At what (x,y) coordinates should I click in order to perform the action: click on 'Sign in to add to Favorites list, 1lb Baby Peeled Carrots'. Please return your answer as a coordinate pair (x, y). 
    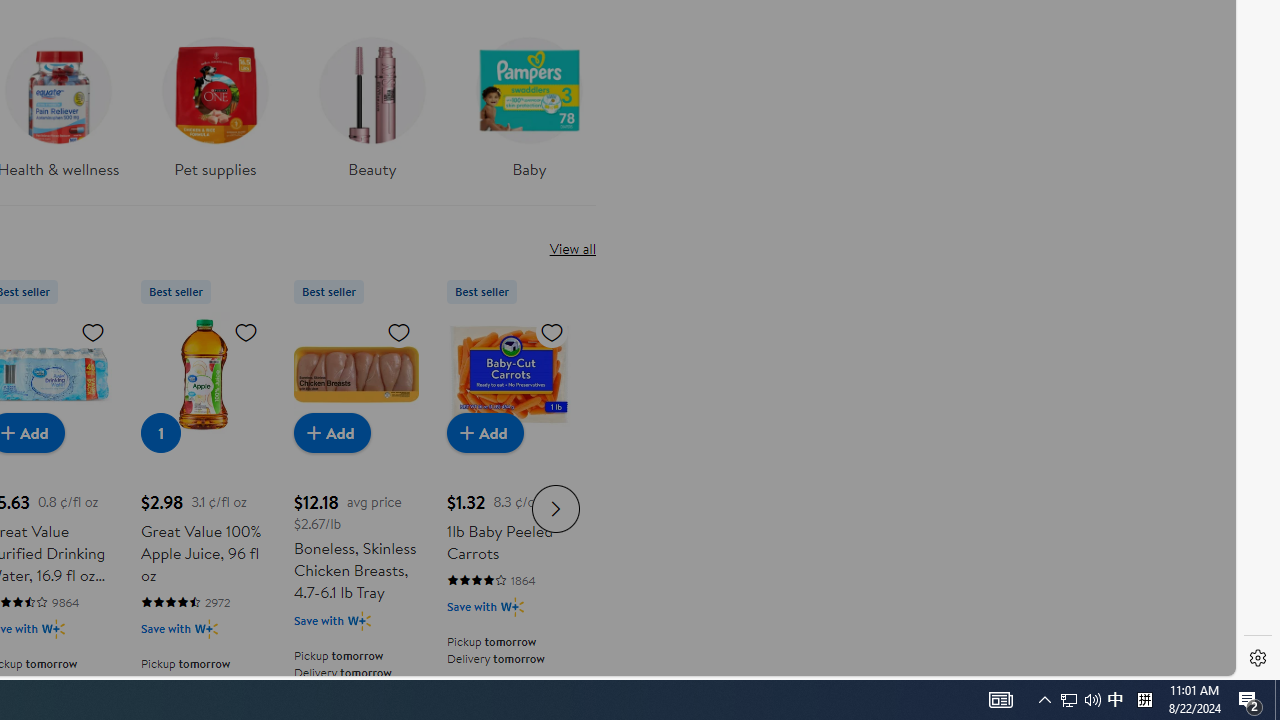
    Looking at the image, I should click on (552, 330).